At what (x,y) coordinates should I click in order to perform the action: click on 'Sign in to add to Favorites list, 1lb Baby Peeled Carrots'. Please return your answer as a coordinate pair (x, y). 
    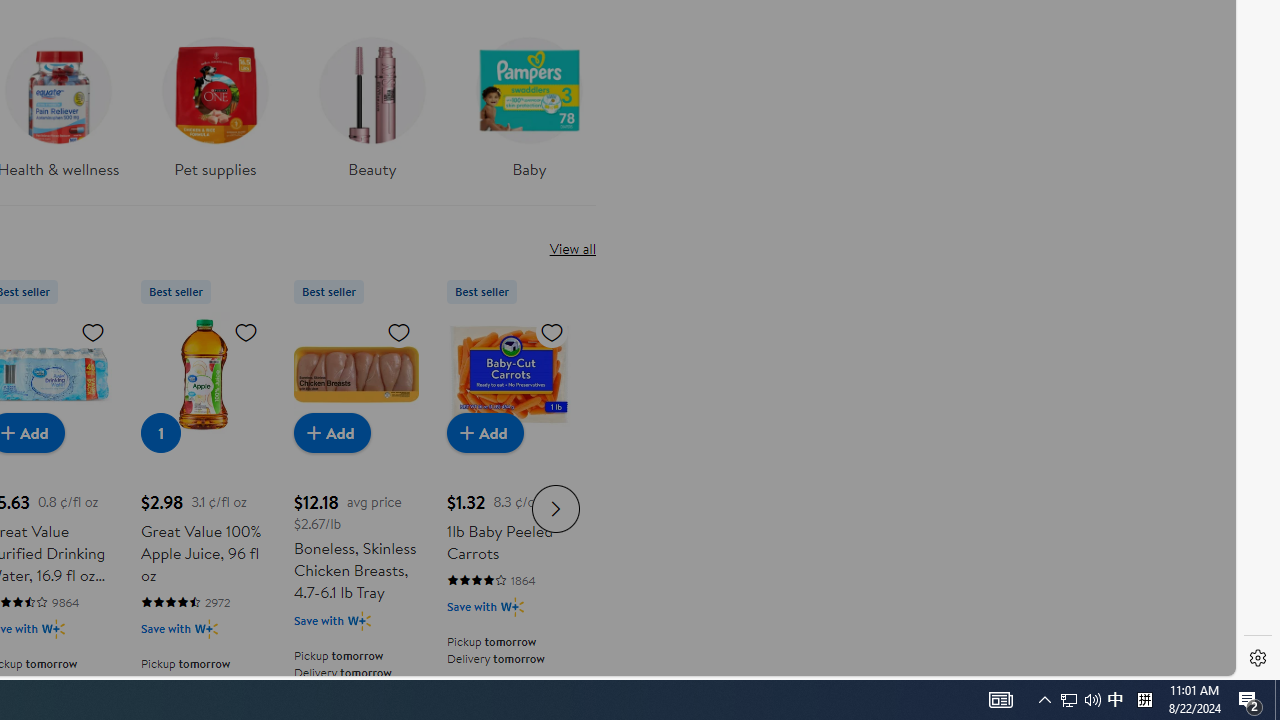
    Looking at the image, I should click on (552, 330).